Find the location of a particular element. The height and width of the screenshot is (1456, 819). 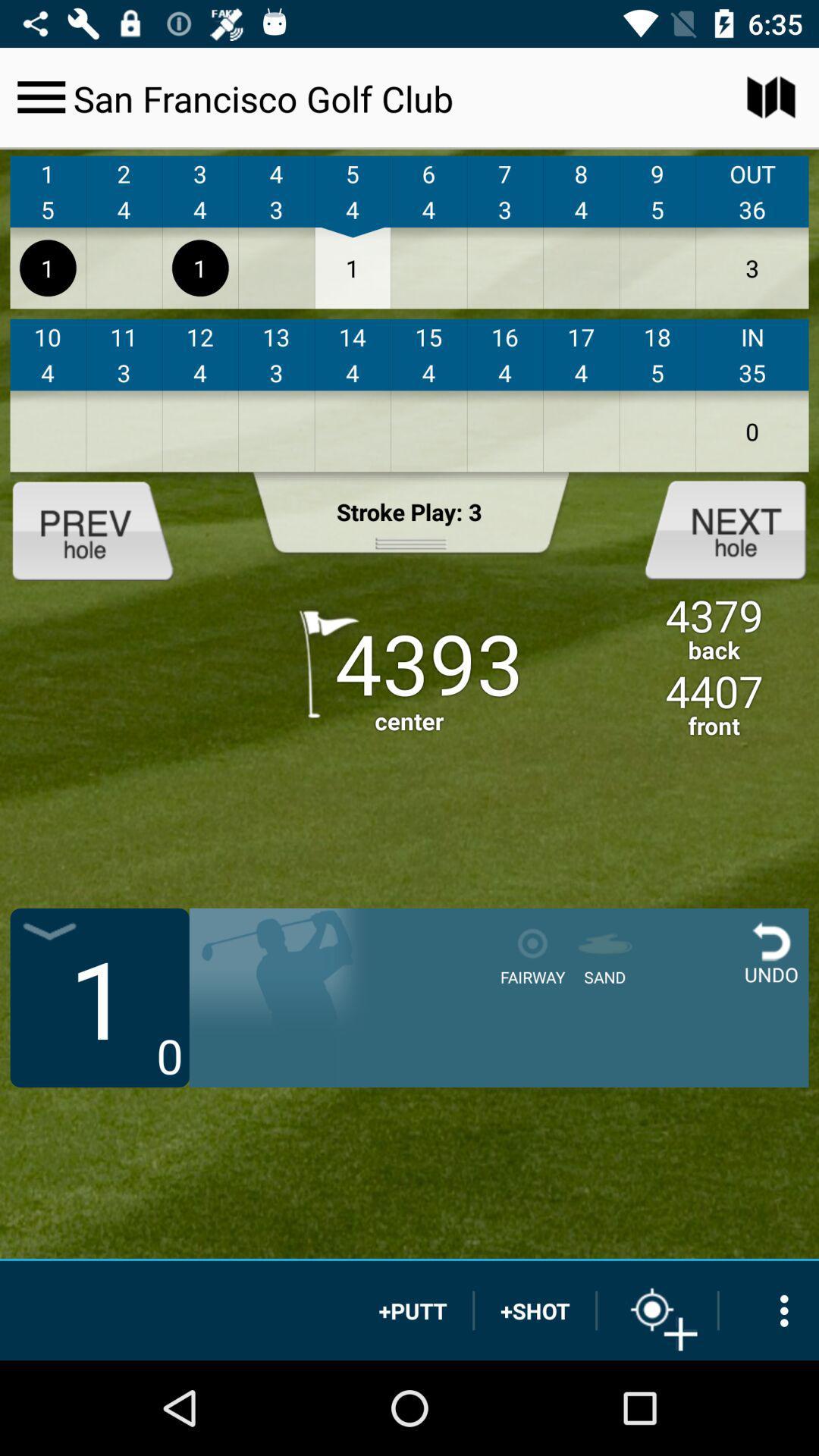

apps is located at coordinates (769, 1310).